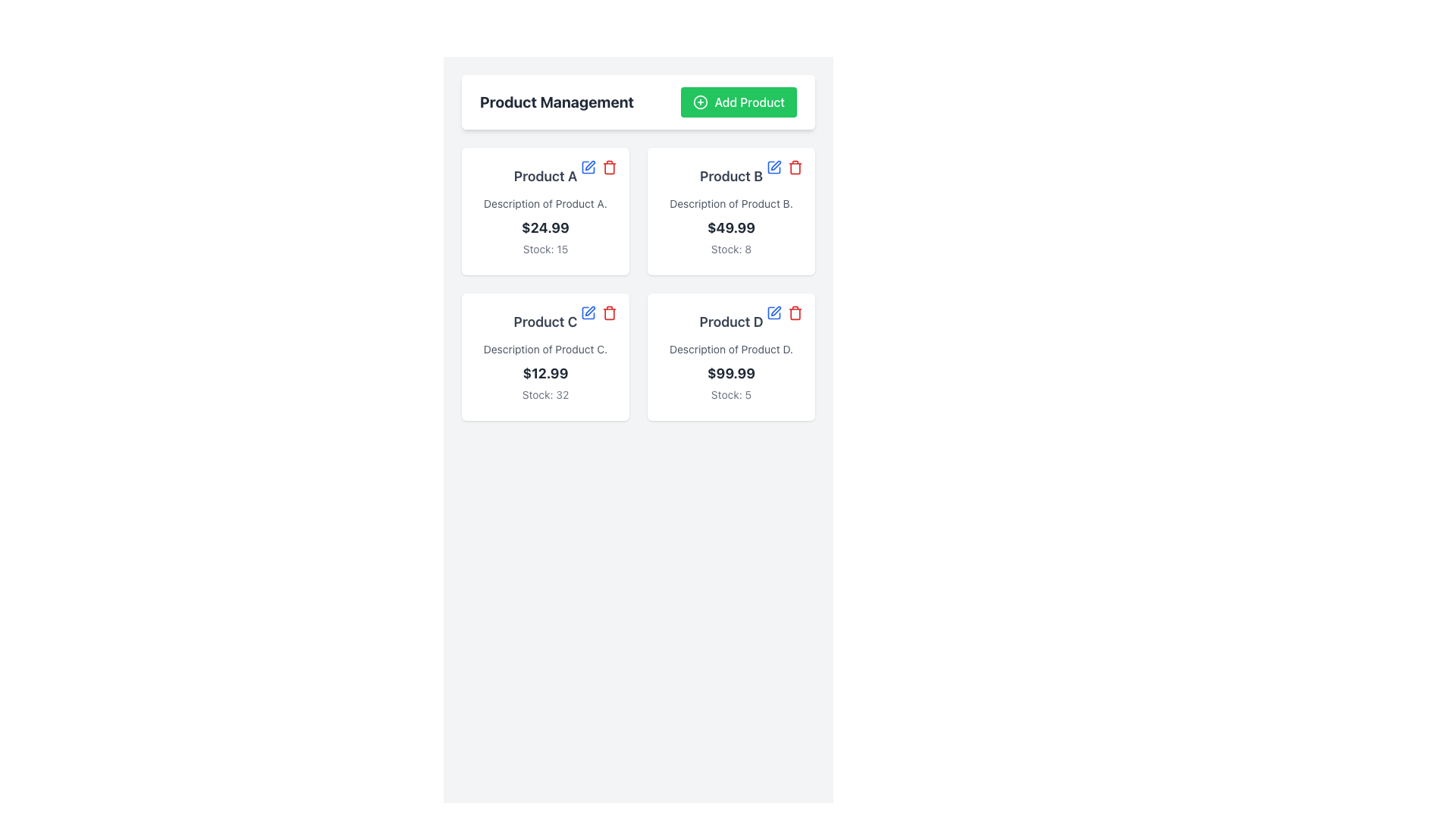 Image resolution: width=1456 pixels, height=819 pixels. Describe the element at coordinates (700, 102) in the screenshot. I see `the icon within the 'Add Product' button located to the right of the 'Product Management' heading at the top section of the interface` at that location.